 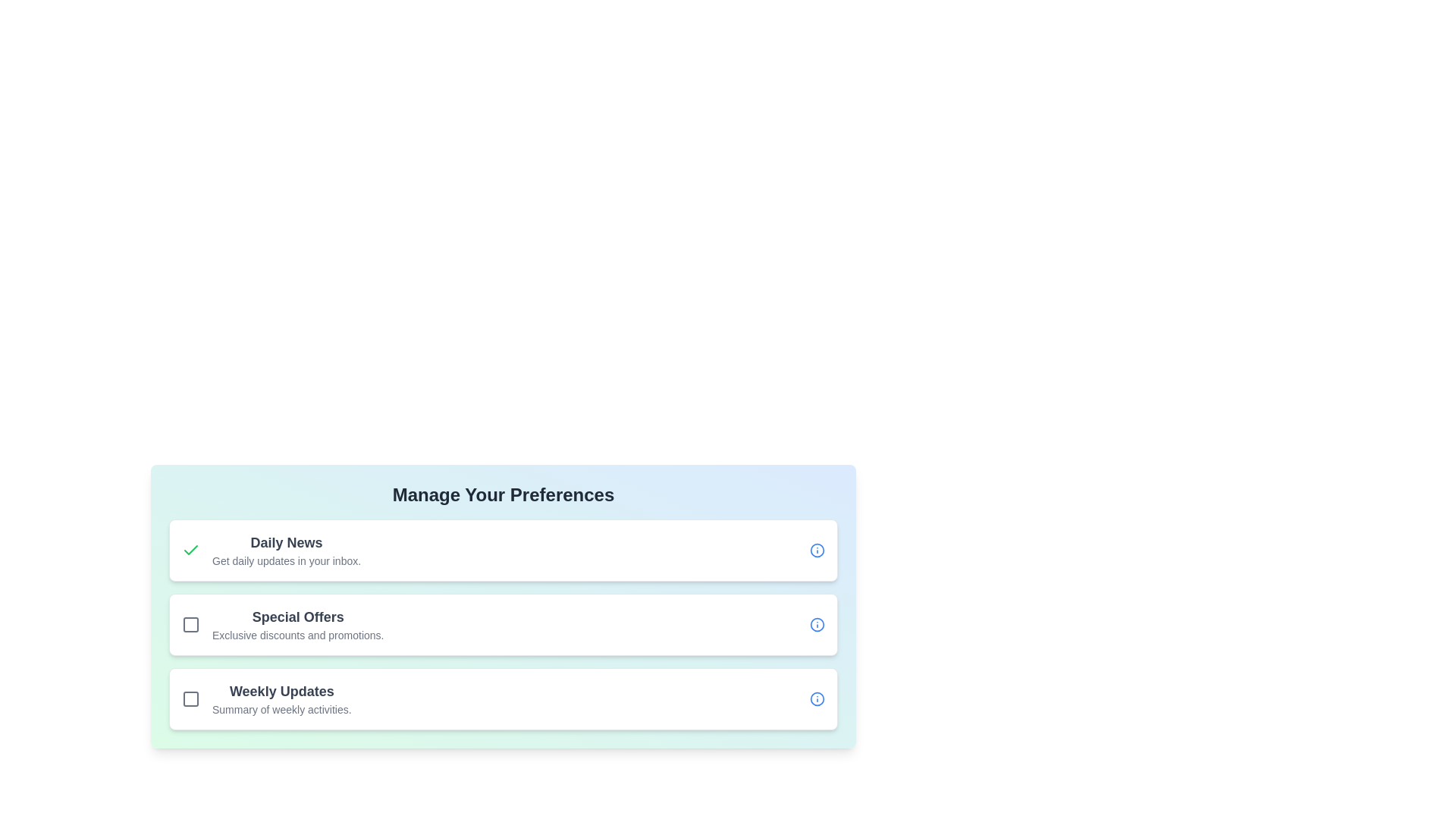 What do you see at coordinates (503, 625) in the screenshot?
I see `the 'Daily News' card element, which features a bold title and a subtitle, styled as a selectable option in a vertical list under 'Manage Your Preferences.'` at bounding box center [503, 625].